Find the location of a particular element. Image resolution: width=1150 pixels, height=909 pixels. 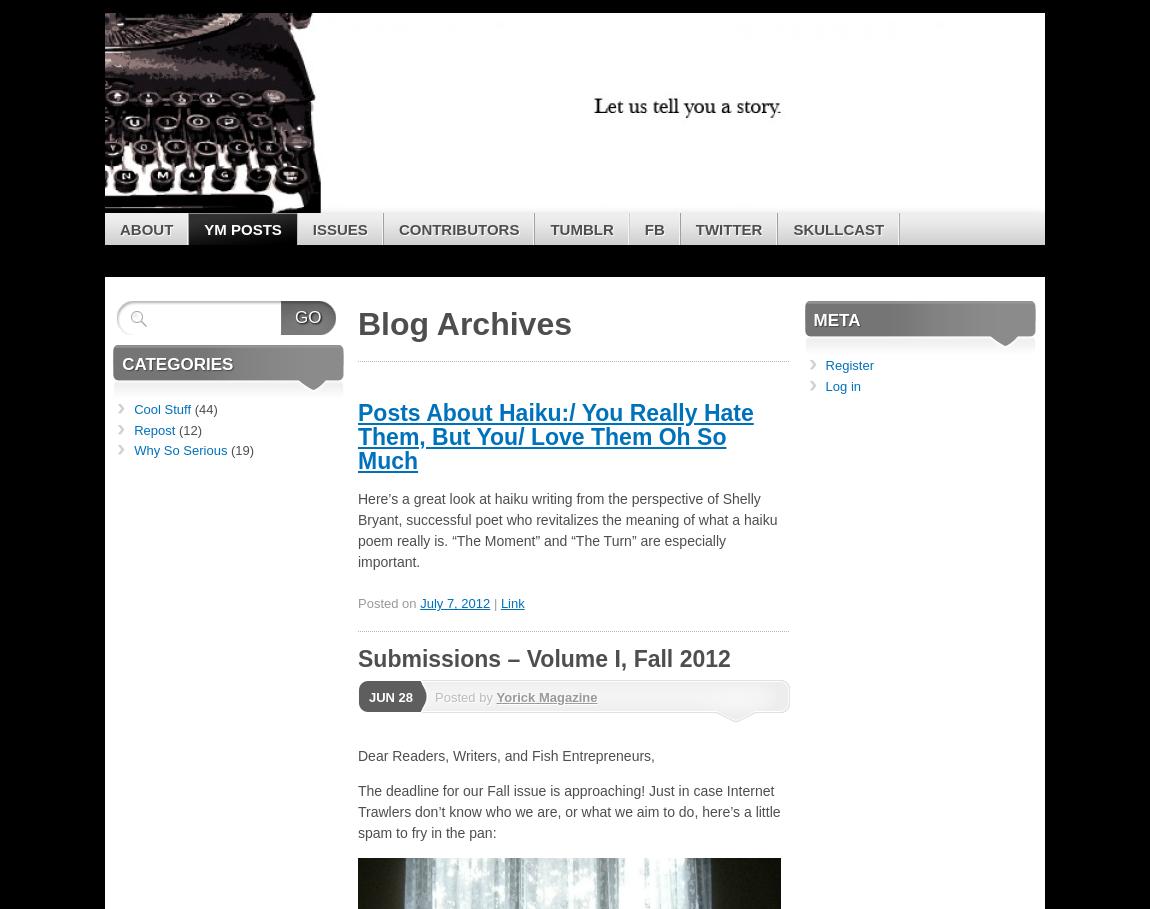

'(19)' is located at coordinates (239, 449).